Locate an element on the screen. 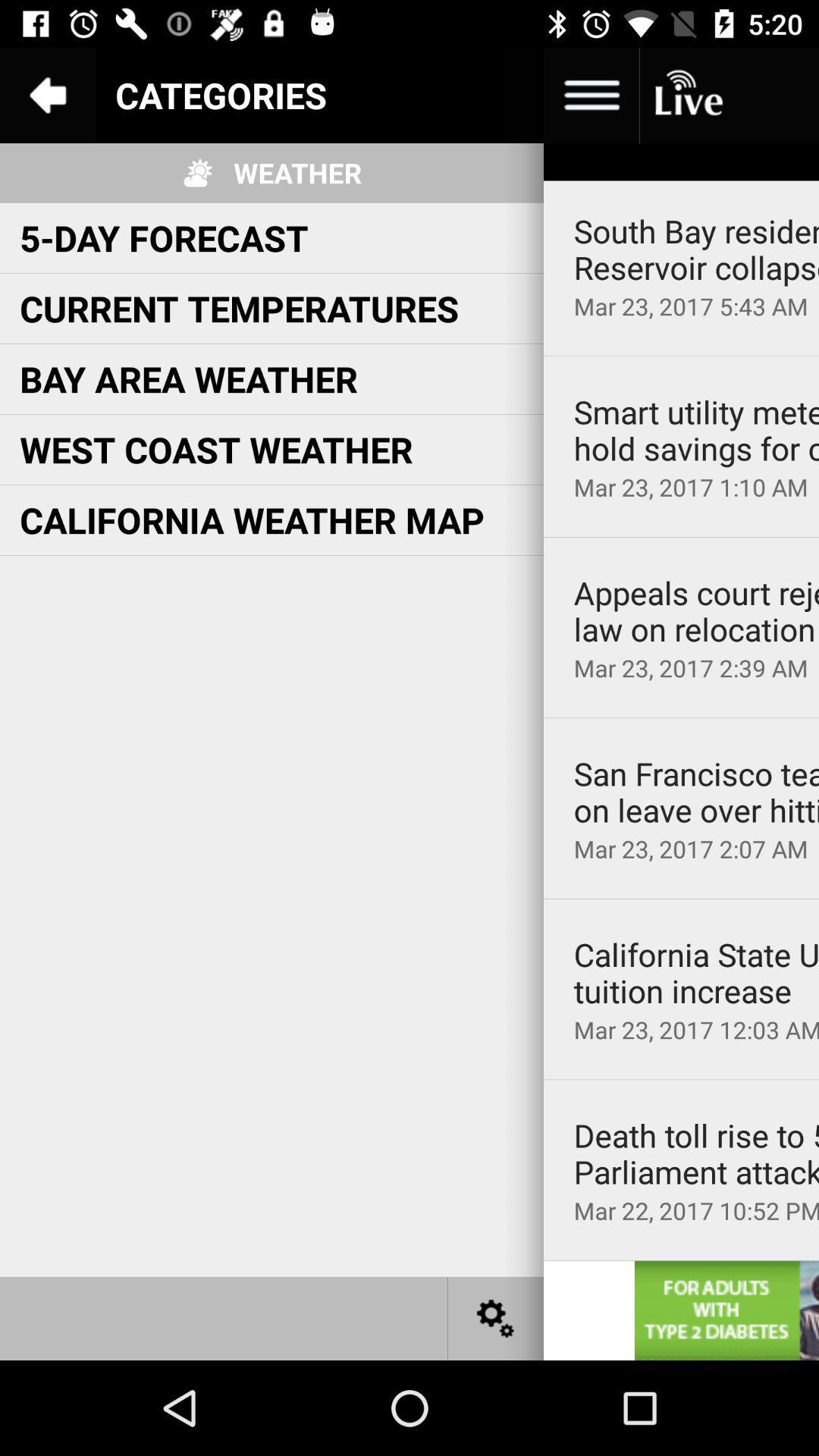 This screenshot has height=1456, width=819. the settings icon is located at coordinates (496, 1317).